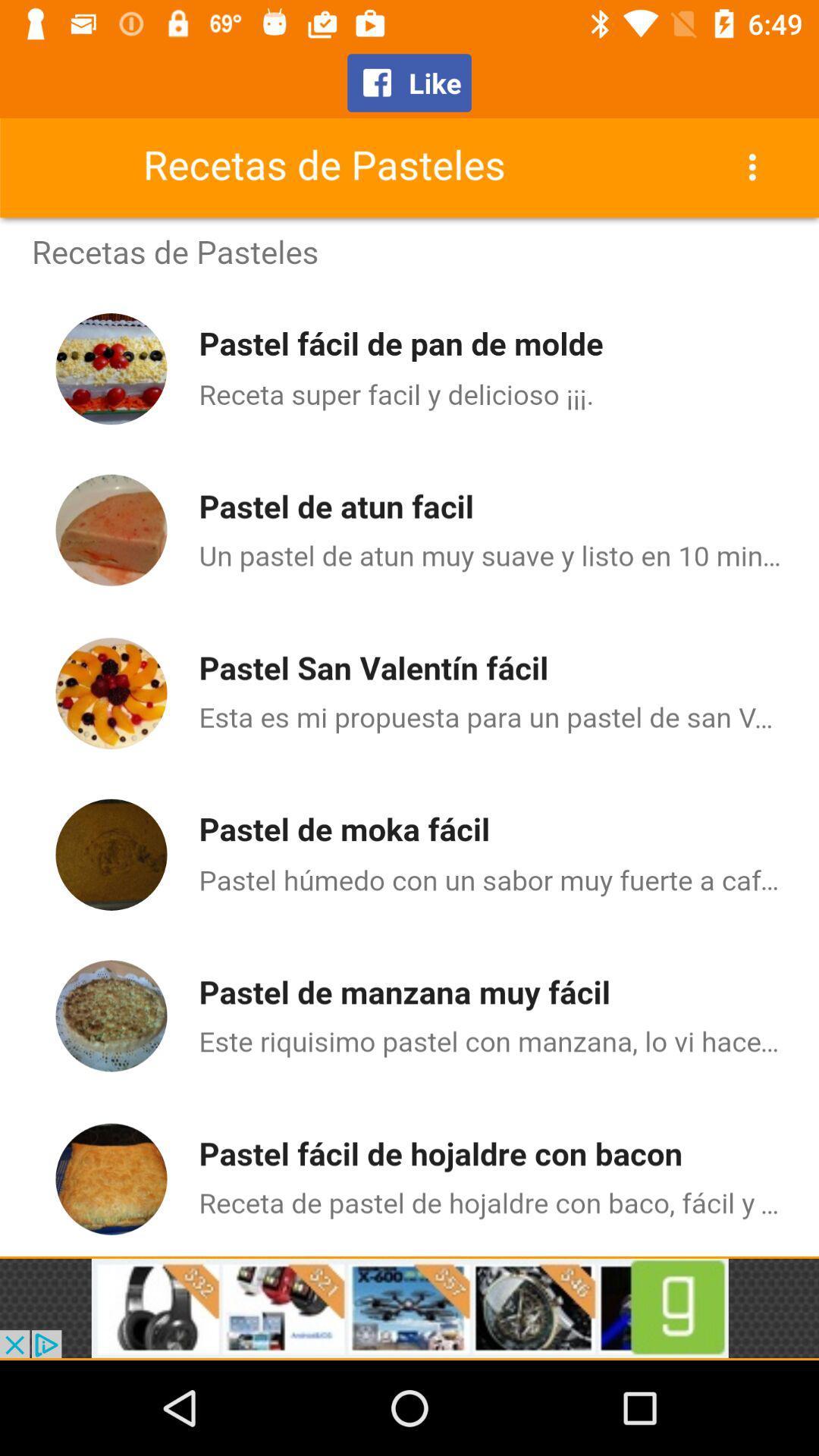  Describe the element at coordinates (409, 1307) in the screenshot. I see `click advert` at that location.